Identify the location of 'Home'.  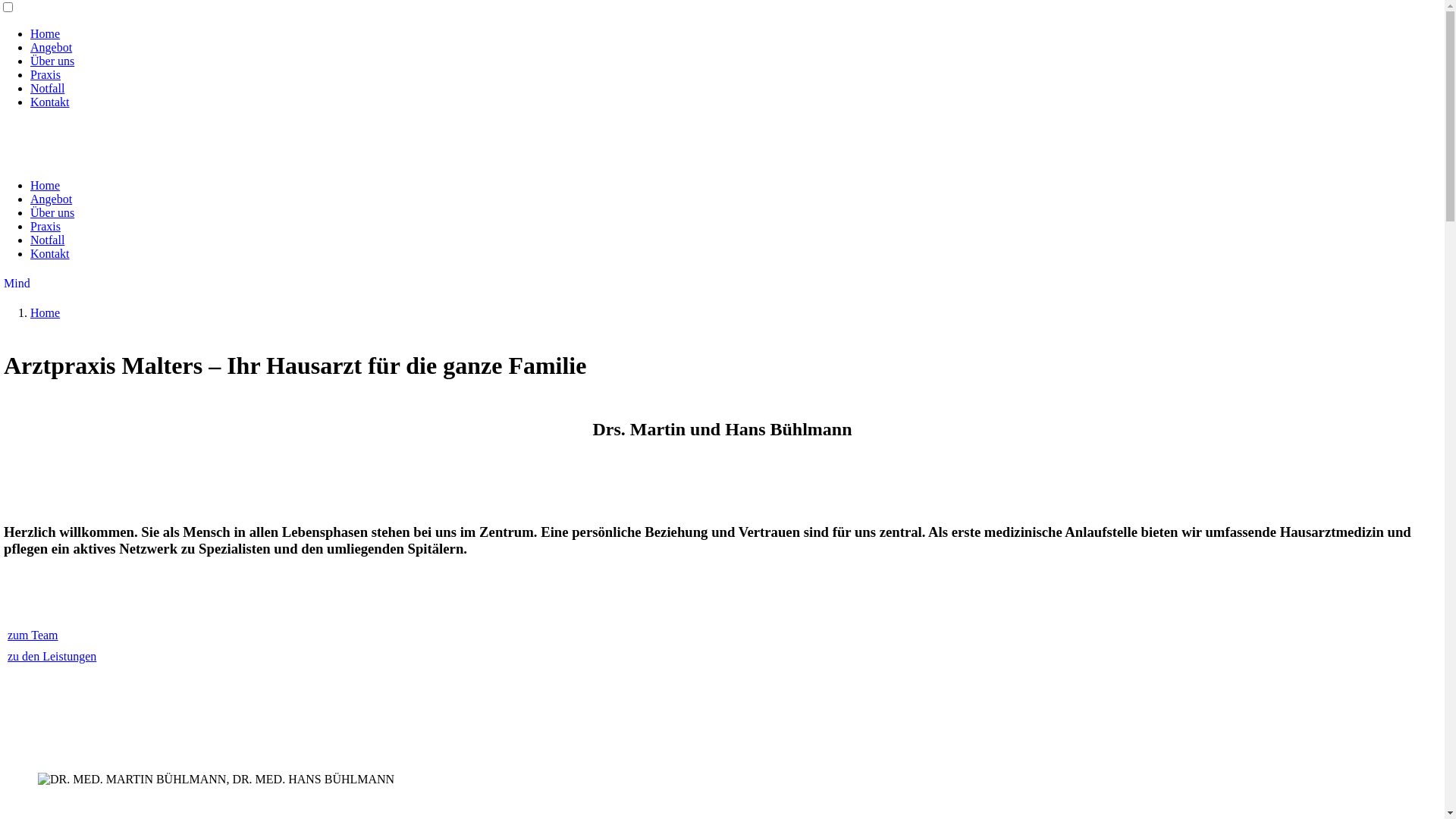
(45, 184).